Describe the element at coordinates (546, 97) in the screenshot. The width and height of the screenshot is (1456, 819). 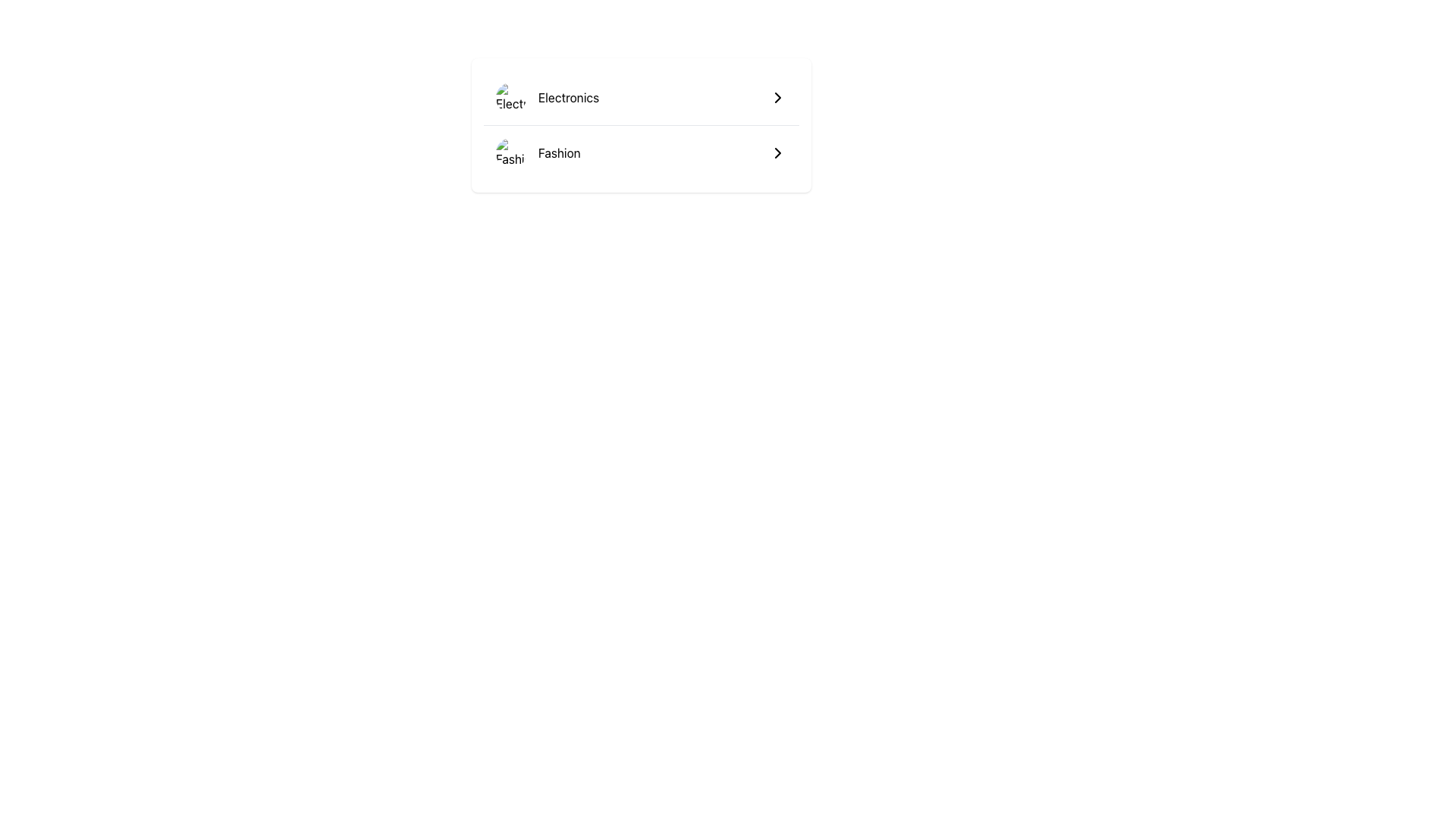
I see `the first list item labeled 'Electronics' which consists of a circular icon and text` at that location.